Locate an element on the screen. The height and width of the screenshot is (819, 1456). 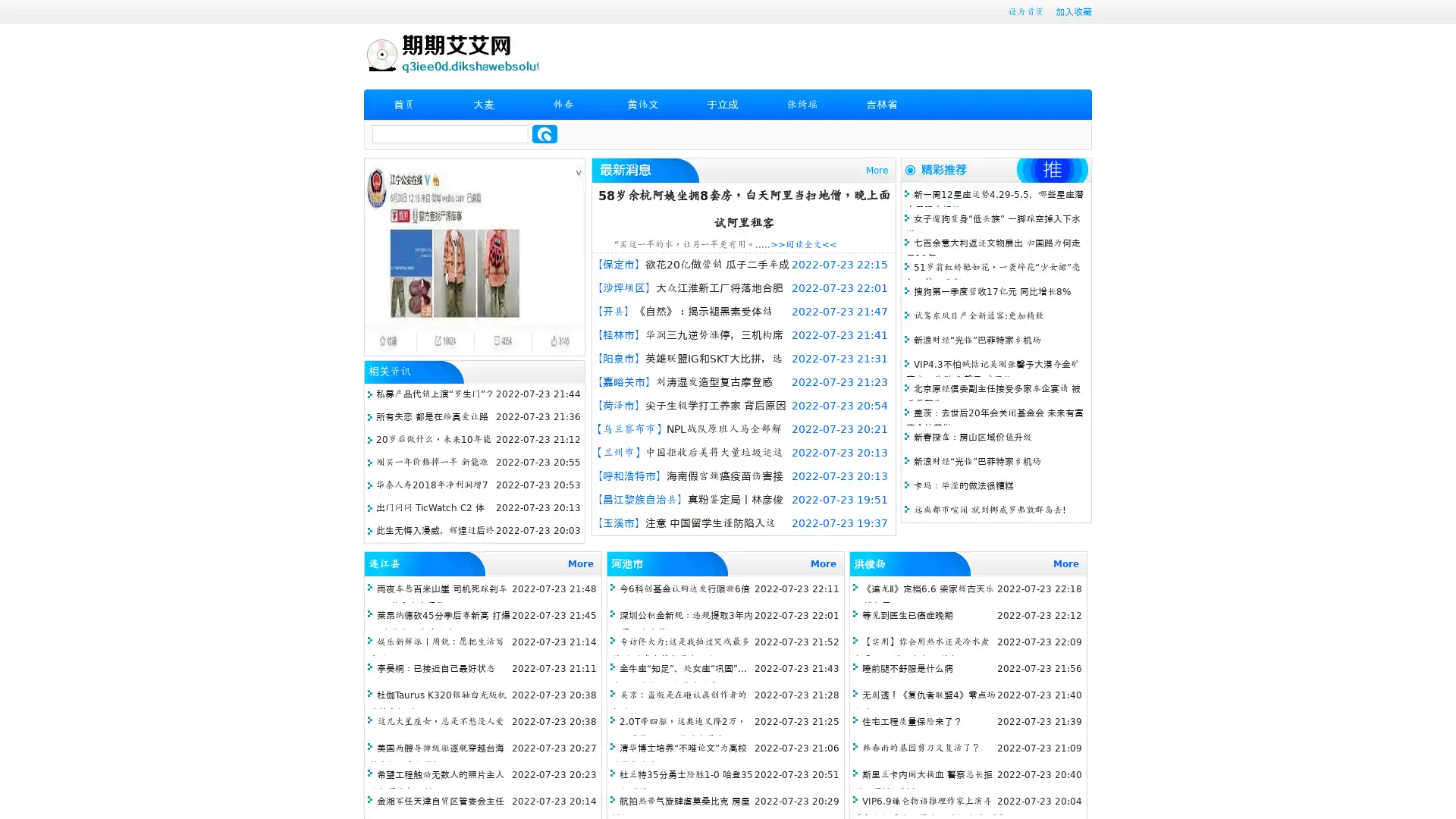
Search is located at coordinates (544, 133).